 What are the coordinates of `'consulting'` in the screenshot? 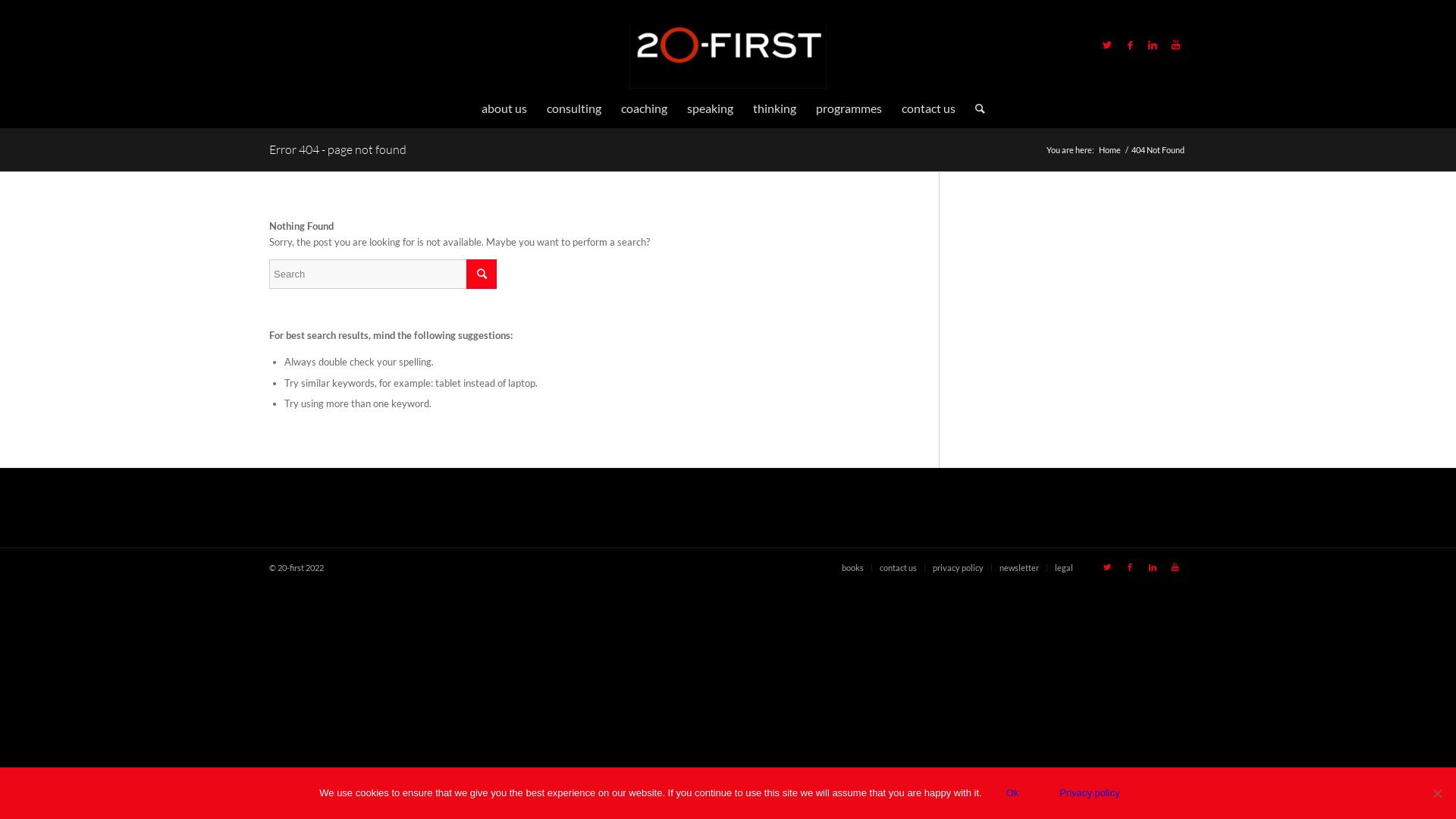 It's located at (573, 107).